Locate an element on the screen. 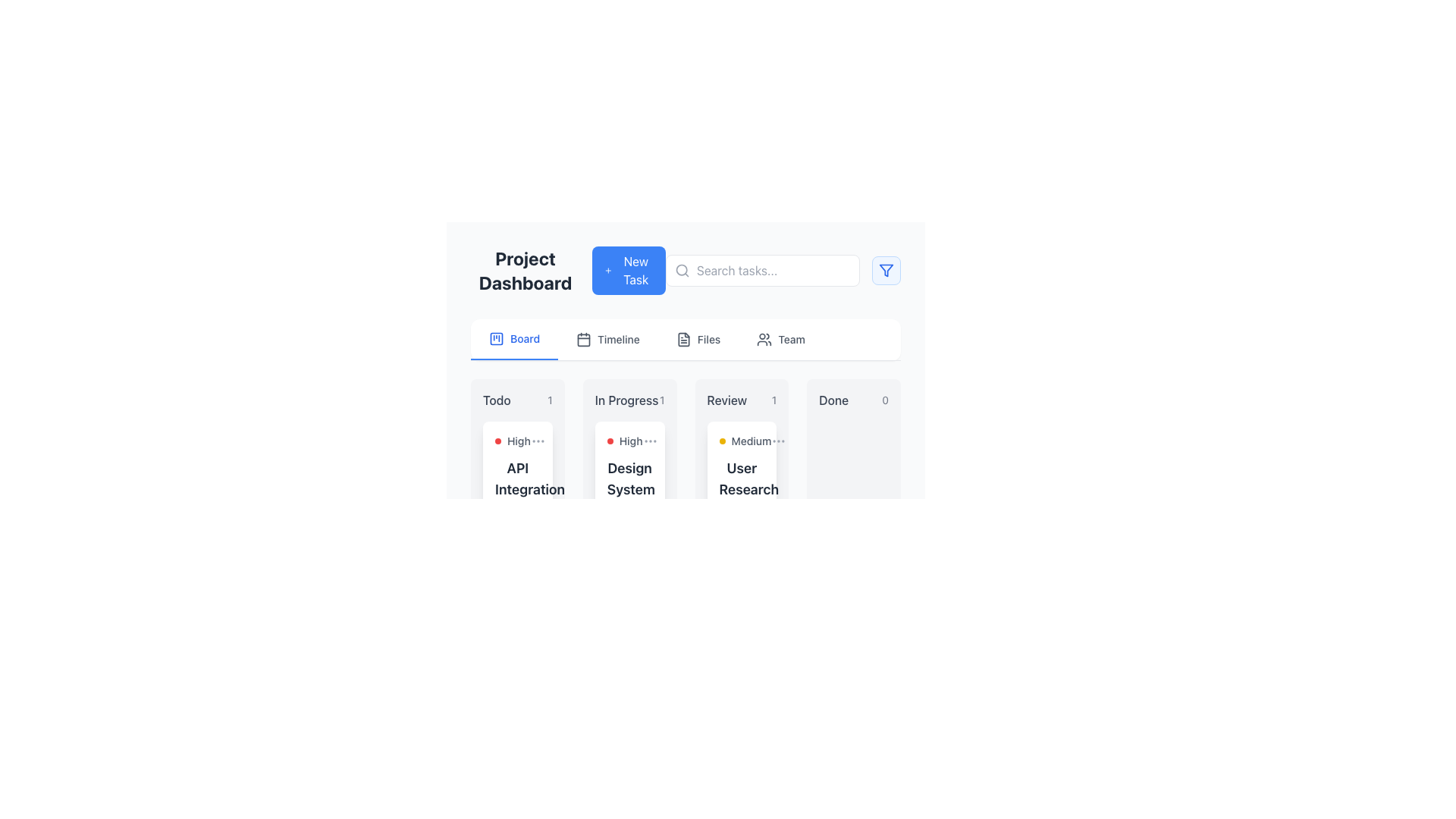 This screenshot has height=819, width=1456. the funnel-like icon element located in the upper-right corner of the application interface, which features a geometric structure with lines converging downward and a smaller triangular shape at the bottom is located at coordinates (886, 270).